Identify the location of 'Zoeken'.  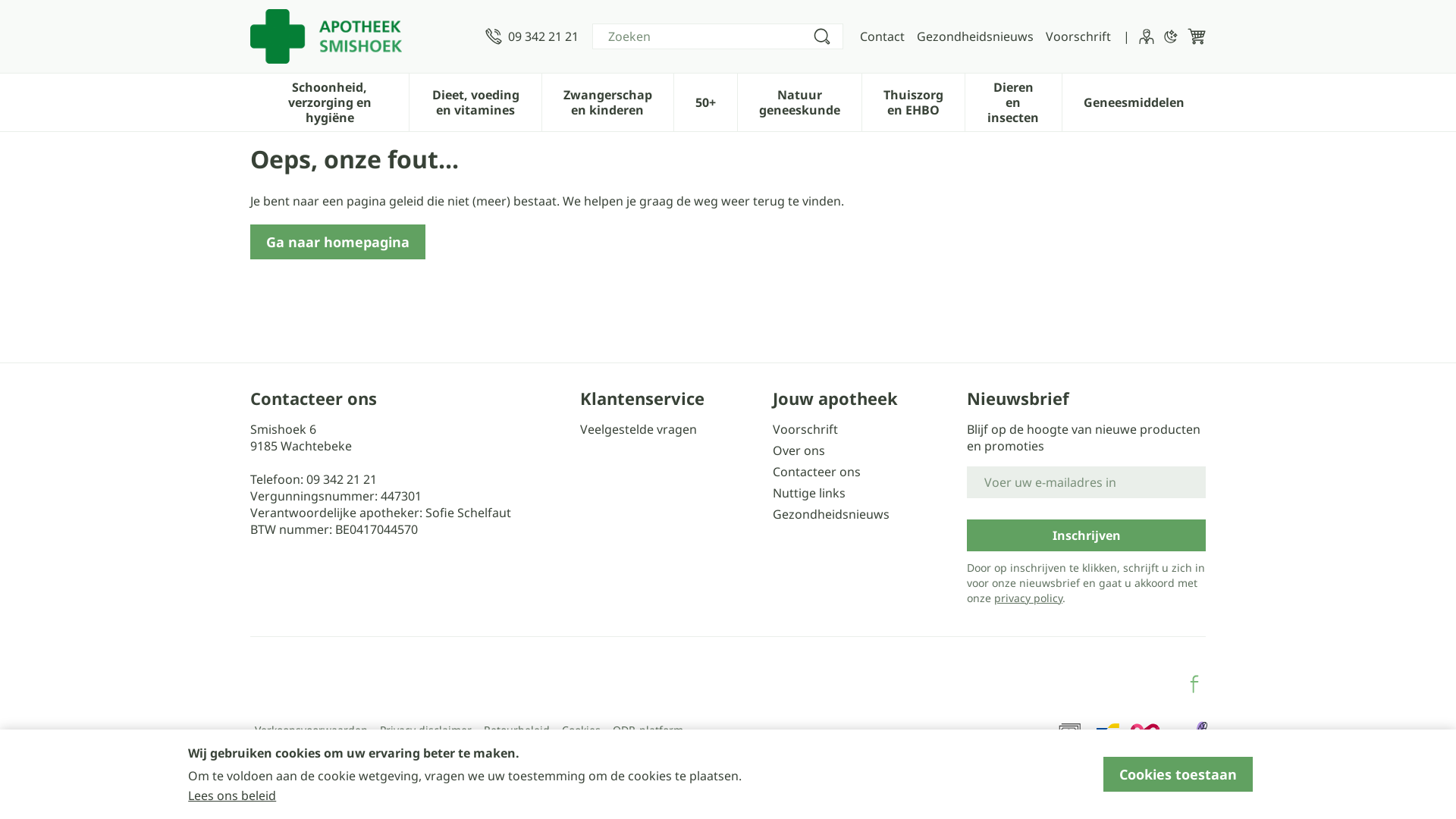
(821, 35).